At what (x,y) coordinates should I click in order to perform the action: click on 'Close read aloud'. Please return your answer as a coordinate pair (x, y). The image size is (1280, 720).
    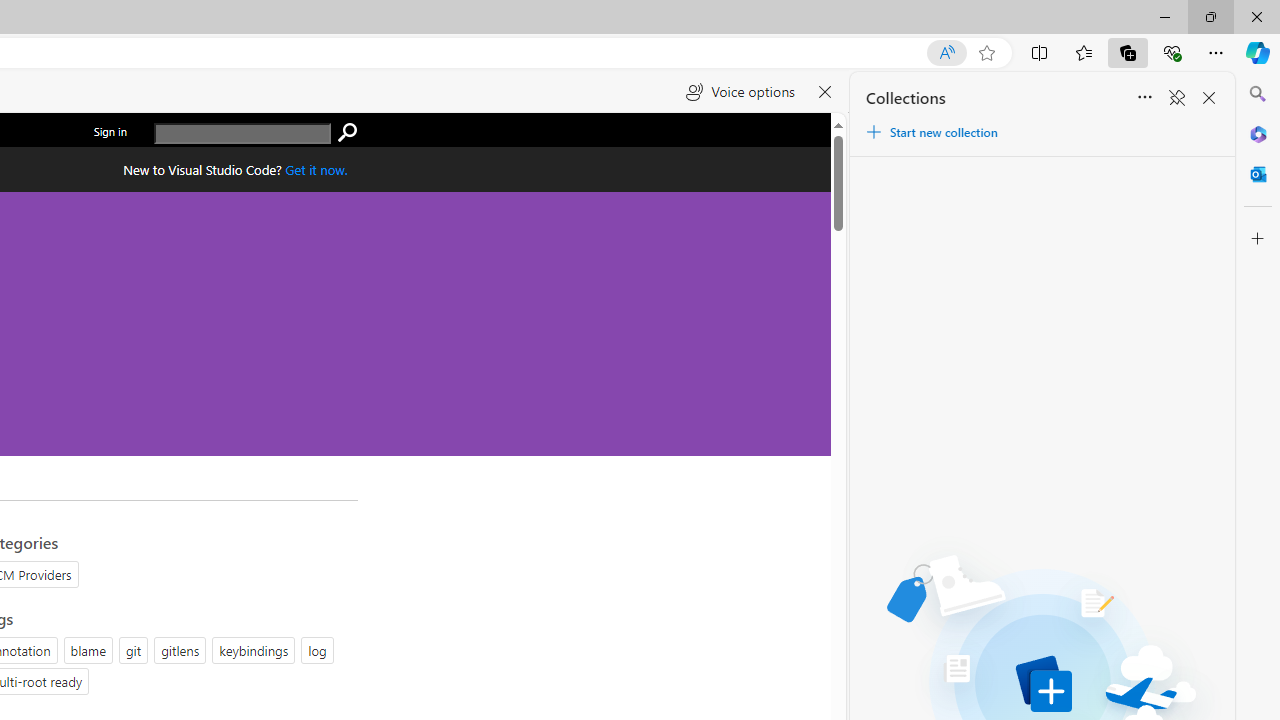
    Looking at the image, I should click on (825, 92).